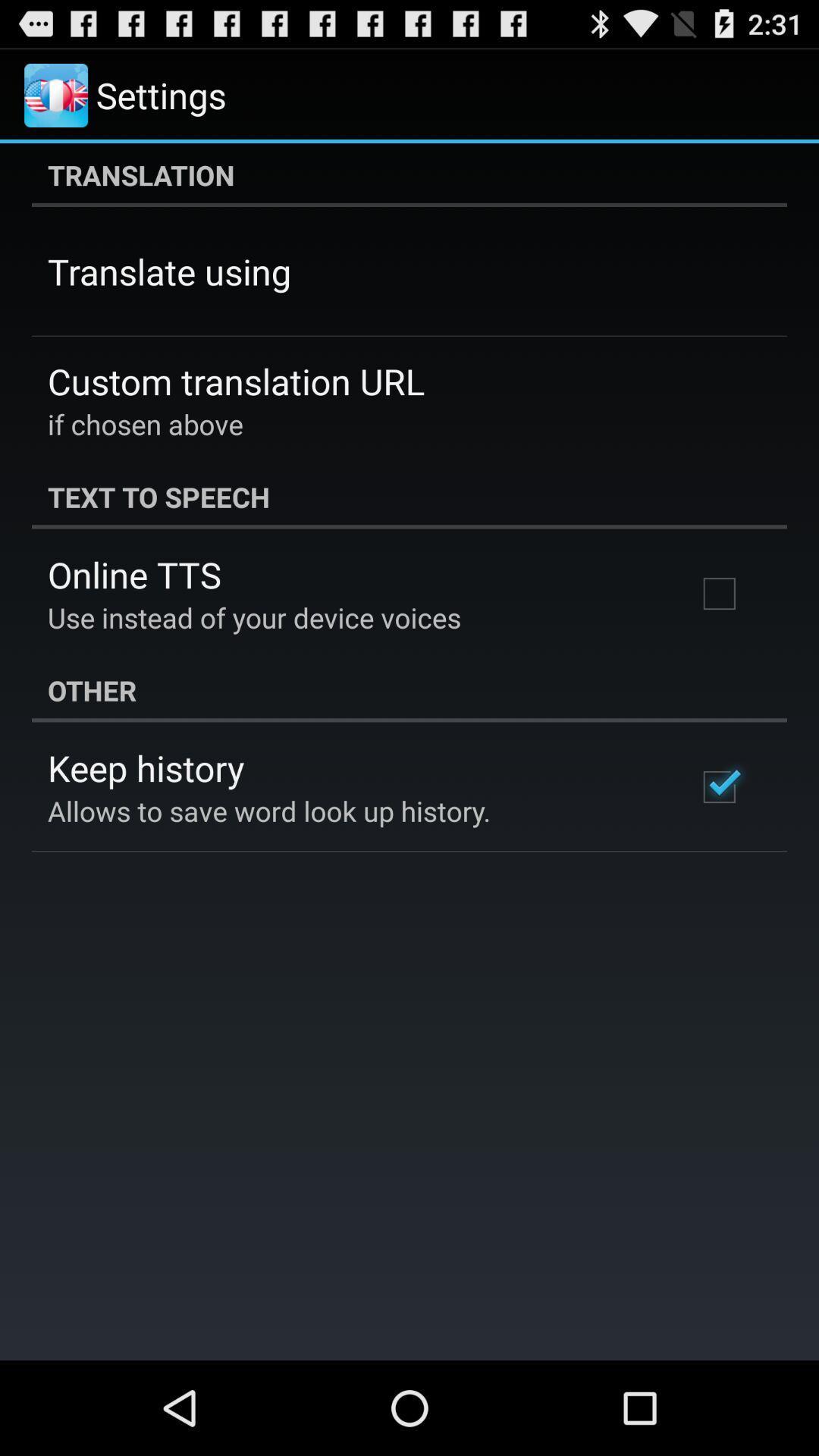 This screenshot has height=1456, width=819. Describe the element at coordinates (236, 381) in the screenshot. I see `custom translation url` at that location.